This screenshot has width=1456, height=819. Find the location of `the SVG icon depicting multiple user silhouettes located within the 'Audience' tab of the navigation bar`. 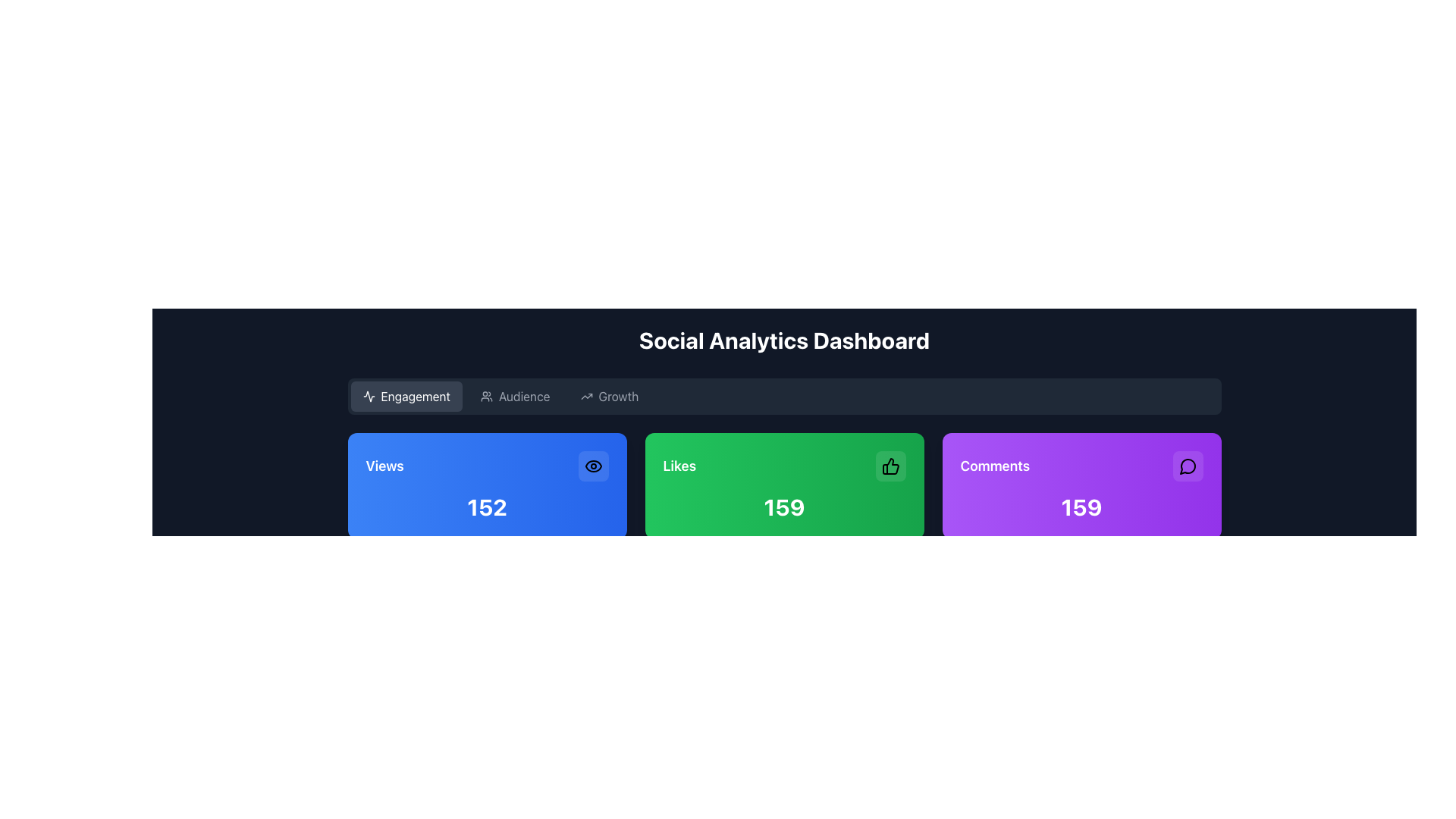

the SVG icon depicting multiple user silhouettes located within the 'Audience' tab of the navigation bar is located at coordinates (486, 396).